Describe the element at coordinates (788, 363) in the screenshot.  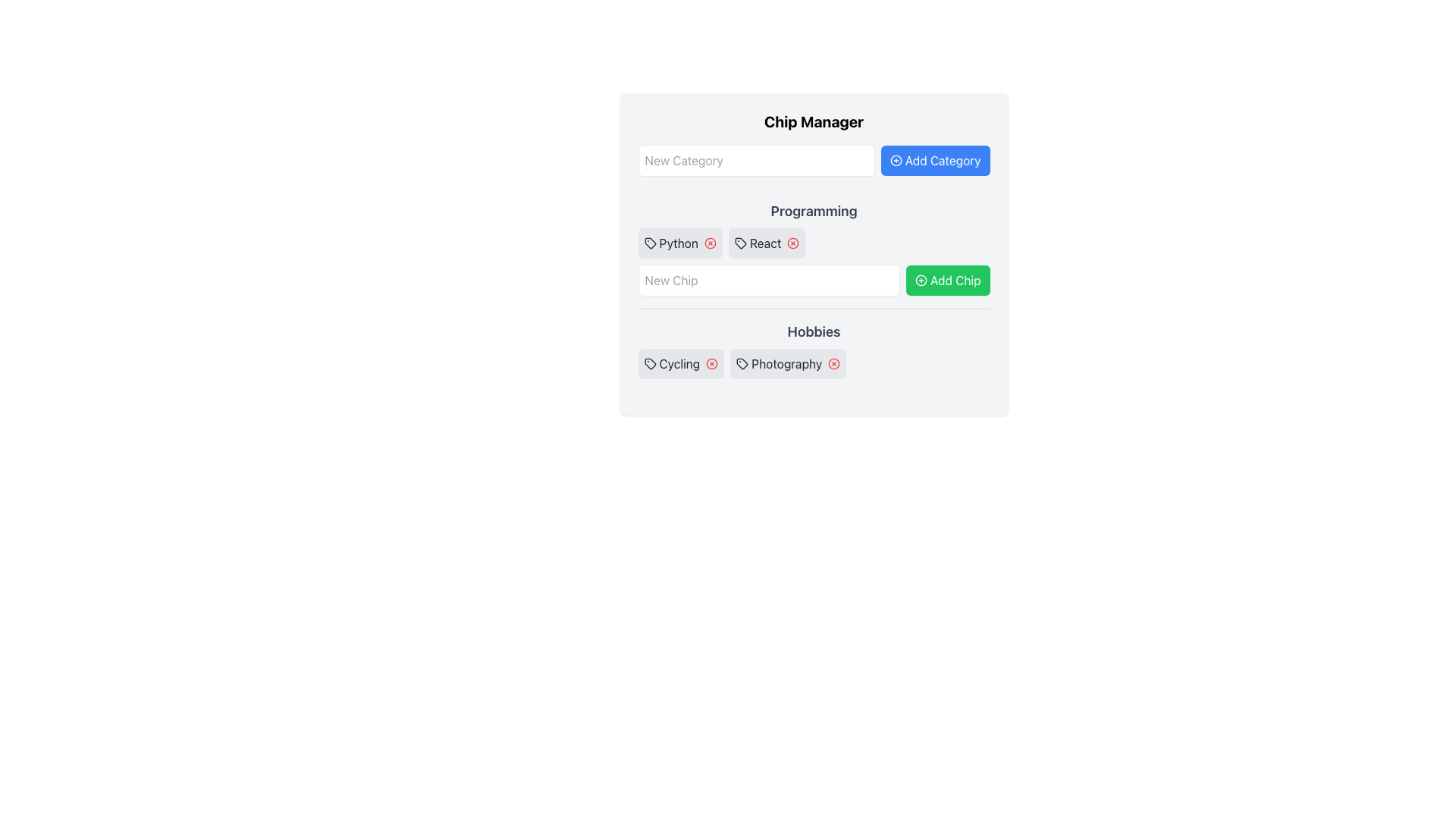
I see `the second chip in the 'Hobbies' section, which is to the right of the 'Cycling' chip` at that location.